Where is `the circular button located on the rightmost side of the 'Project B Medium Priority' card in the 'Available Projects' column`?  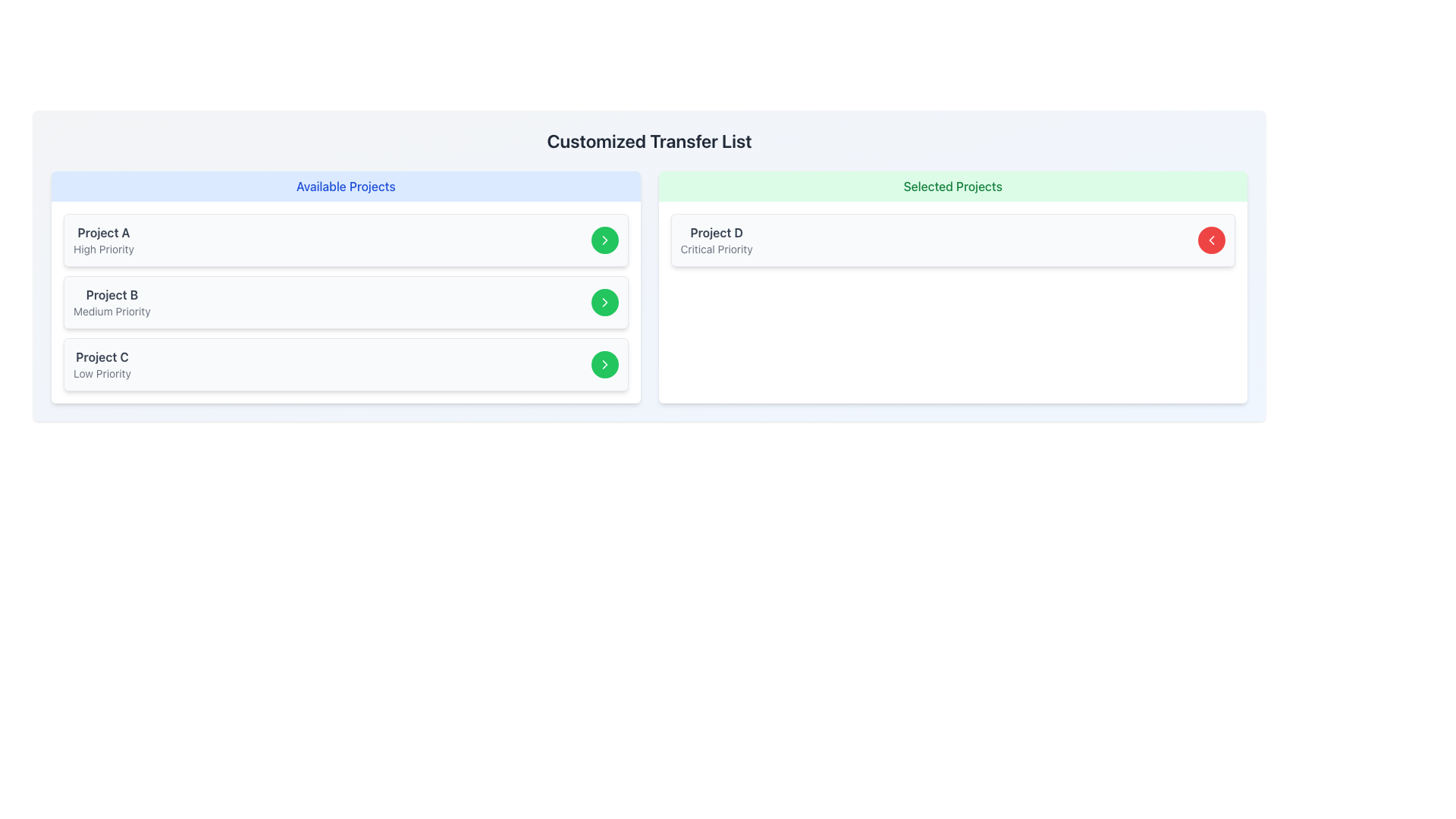 the circular button located on the rightmost side of the 'Project B Medium Priority' card in the 'Available Projects' column is located at coordinates (604, 302).